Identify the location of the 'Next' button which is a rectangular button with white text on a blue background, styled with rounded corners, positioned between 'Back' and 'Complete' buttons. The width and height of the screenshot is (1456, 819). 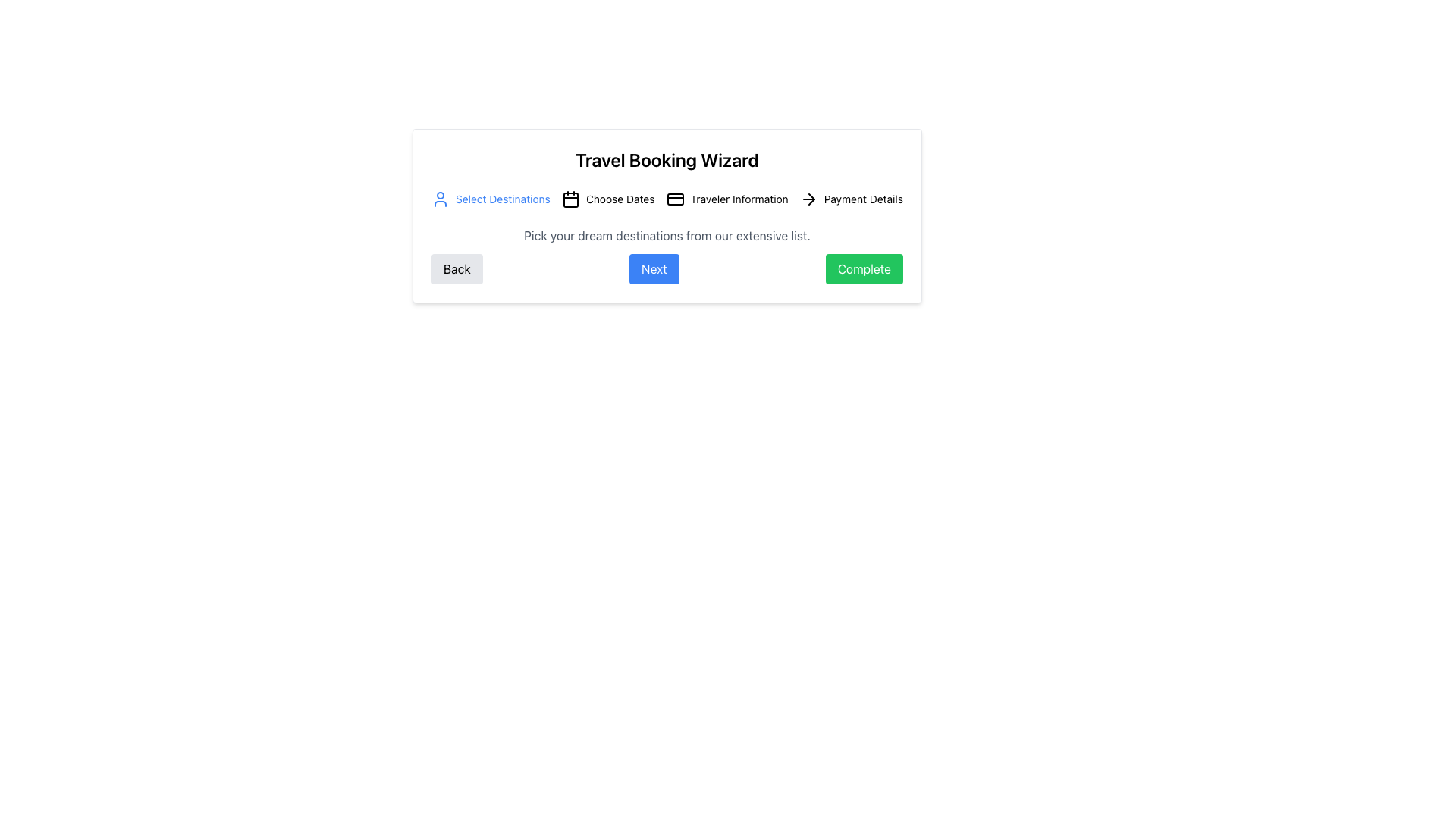
(667, 268).